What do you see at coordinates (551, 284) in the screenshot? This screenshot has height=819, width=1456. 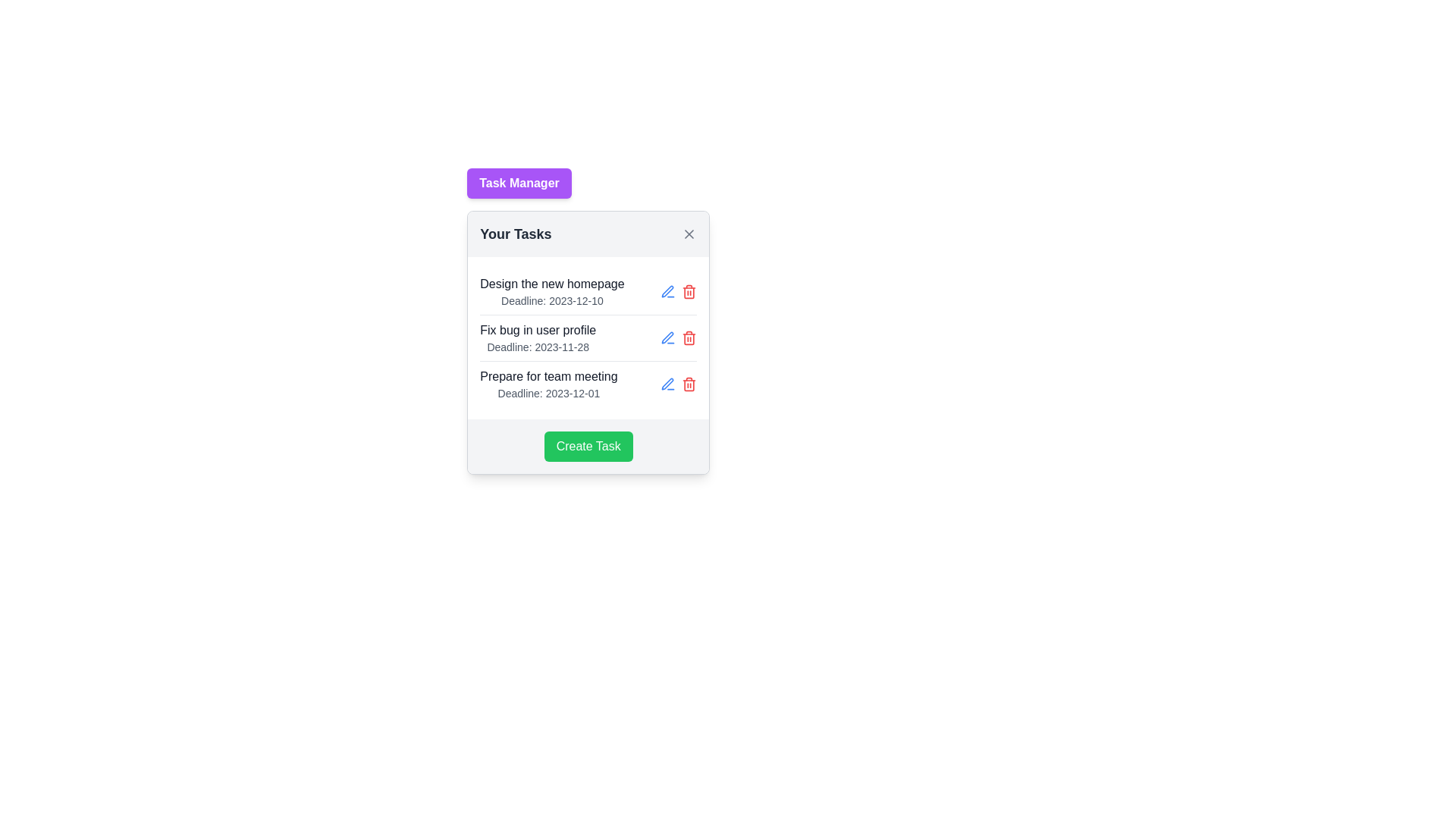 I see `the text label that reads 'Design the new homepage' located within the first task entry of the 'Your Tasks' section` at bounding box center [551, 284].